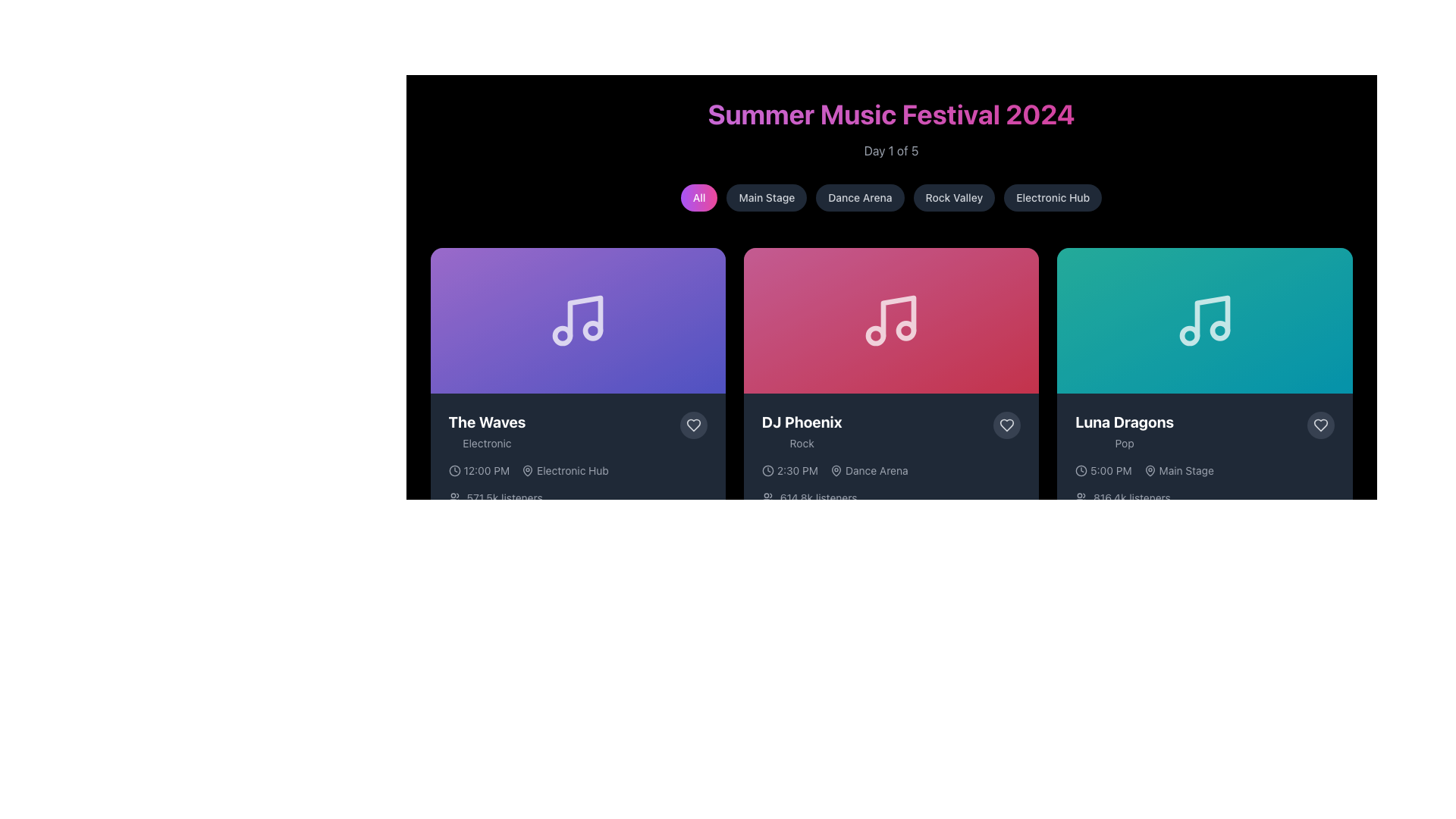 This screenshot has height=819, width=1456. I want to click on the circular graphical shape that is part of the SVG clock icon located in the bottom-right area of the card for 'The Waves' event, so click(453, 470).